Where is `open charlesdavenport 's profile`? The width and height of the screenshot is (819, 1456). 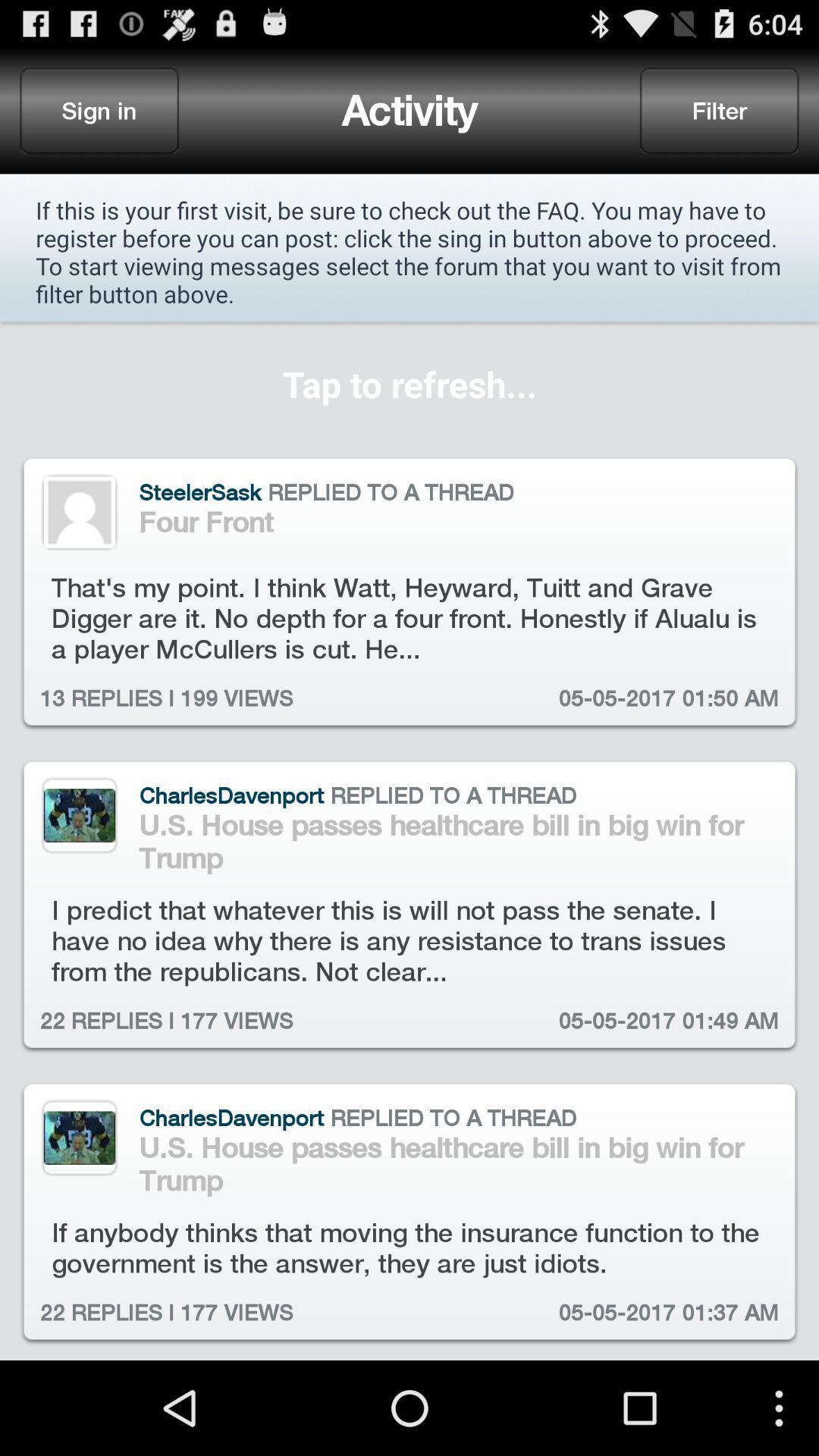
open charlesdavenport 's profile is located at coordinates (79, 814).